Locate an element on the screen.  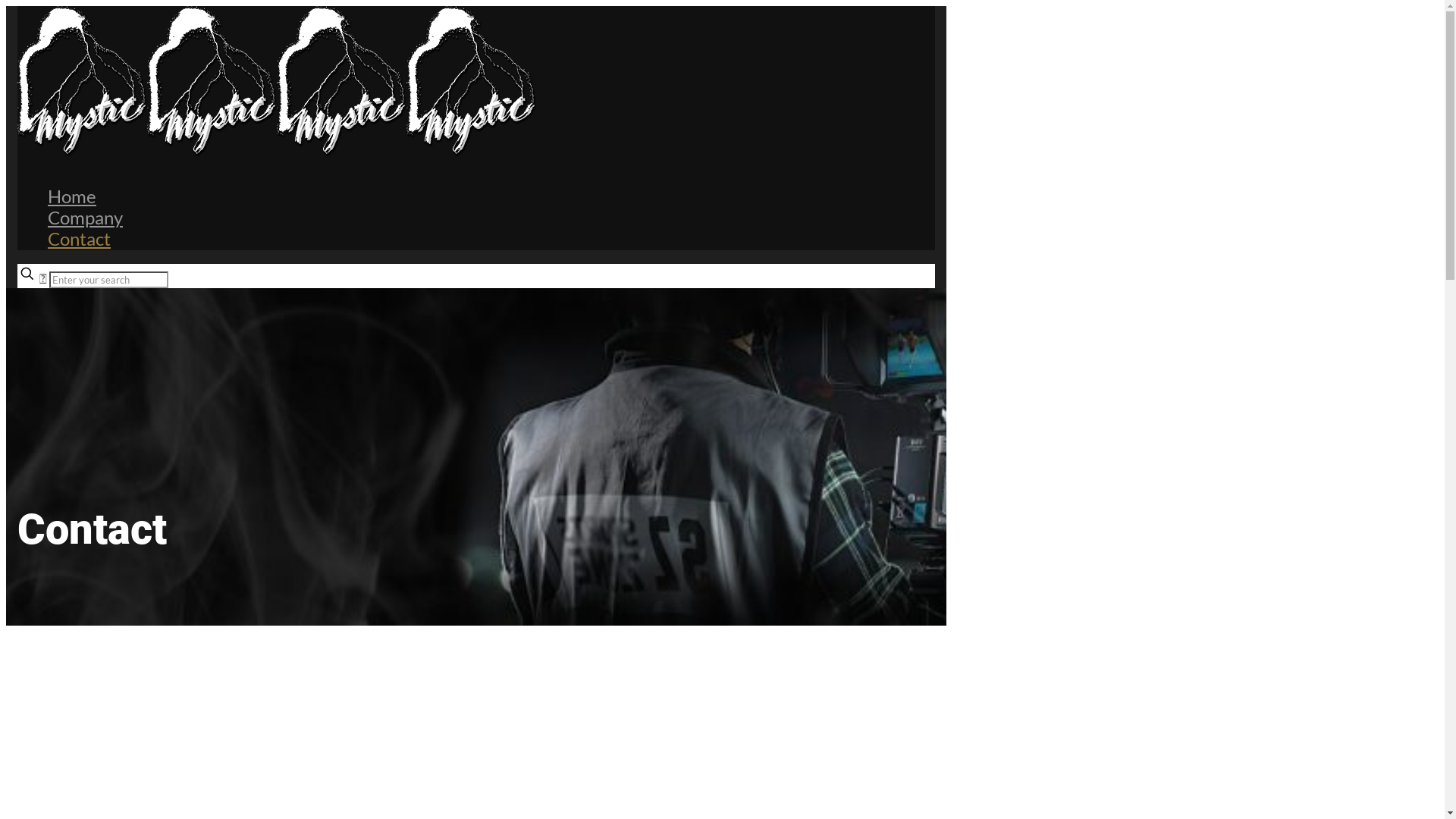
'Home' is located at coordinates (47, 195).